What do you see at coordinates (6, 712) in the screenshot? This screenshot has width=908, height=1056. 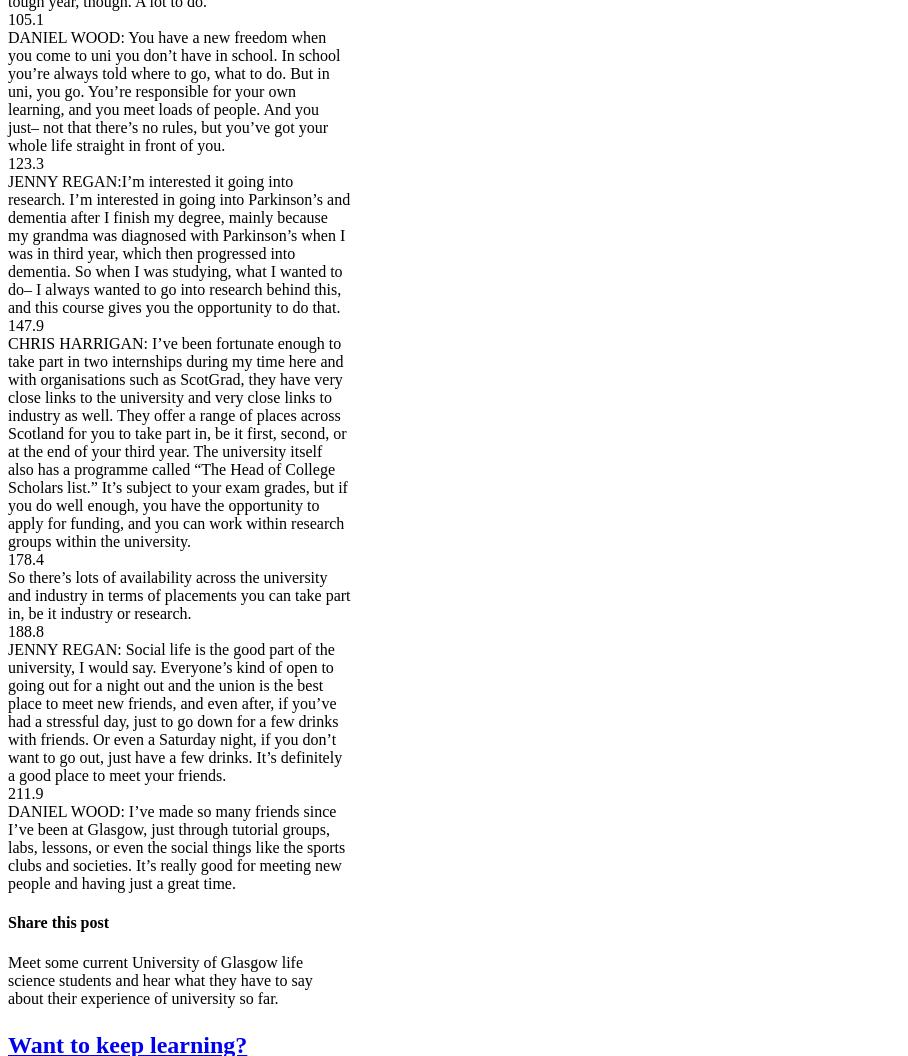 I see `'JENNY REGAN: Social life is the good part of the university, I would say. Everyone’s kind of open to going out for a night out and the union is the best place to meet new friends, and even after, if you’ve had a stressful day, just to go down for a few drinks with friends. Or even a Saturday night, if you don’t want to go out, just have a few drinks. It’s definitely a good place to meet your friends.'` at bounding box center [6, 712].